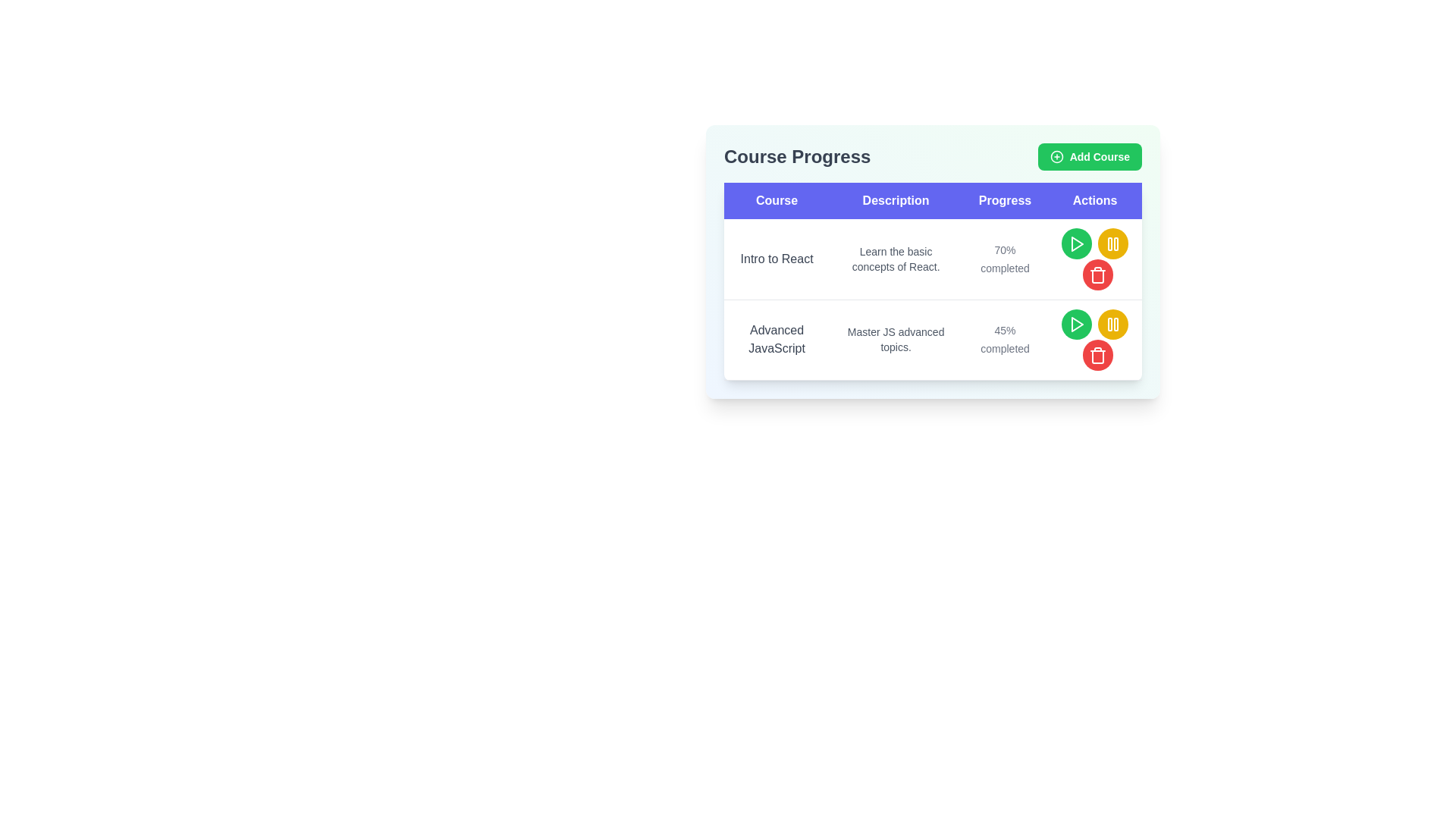  I want to click on the play icon located in the 'Actions' column of the second row in the table, so click(1076, 324).